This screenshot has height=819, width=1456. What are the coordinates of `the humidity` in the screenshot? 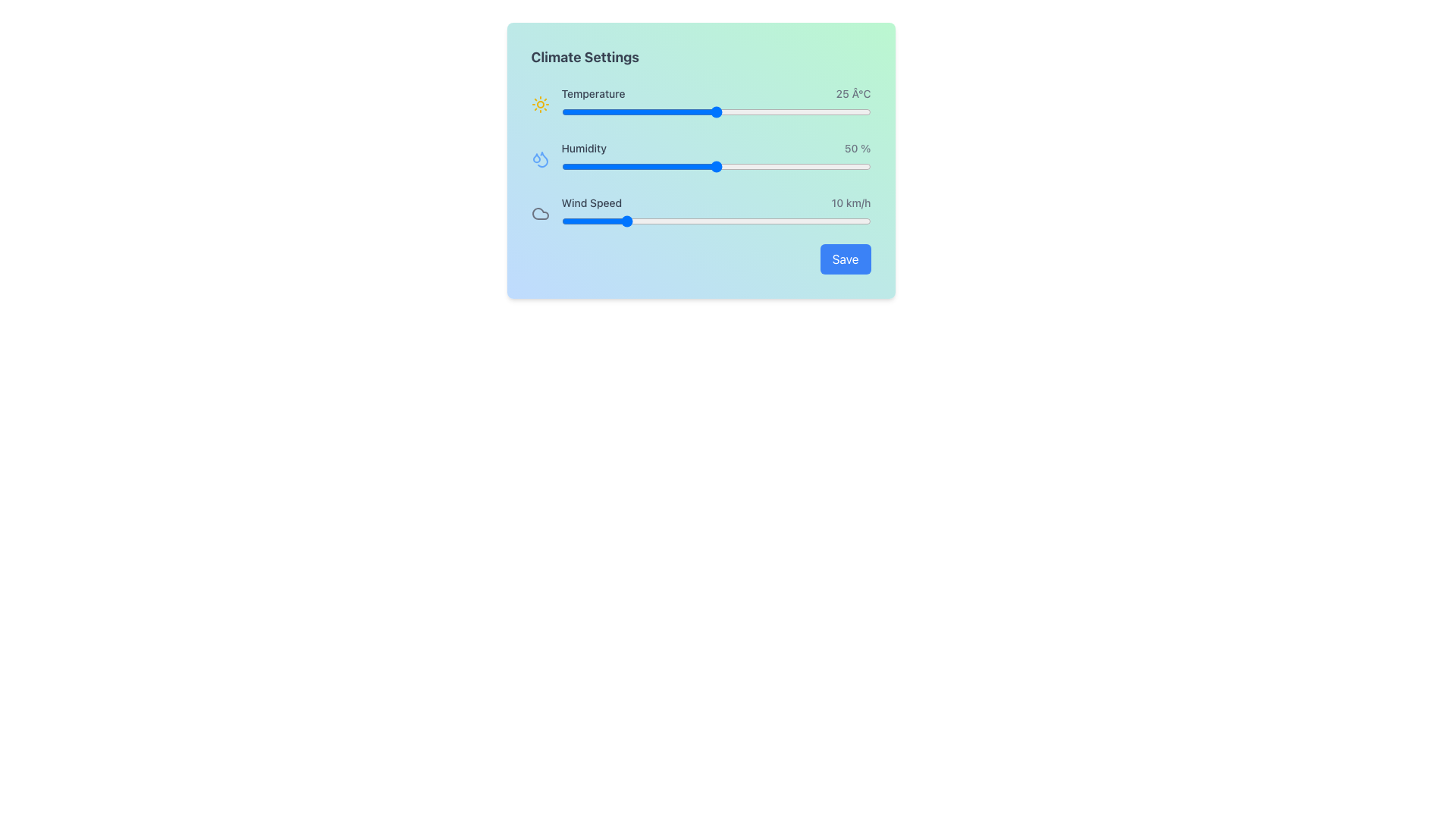 It's located at (613, 166).